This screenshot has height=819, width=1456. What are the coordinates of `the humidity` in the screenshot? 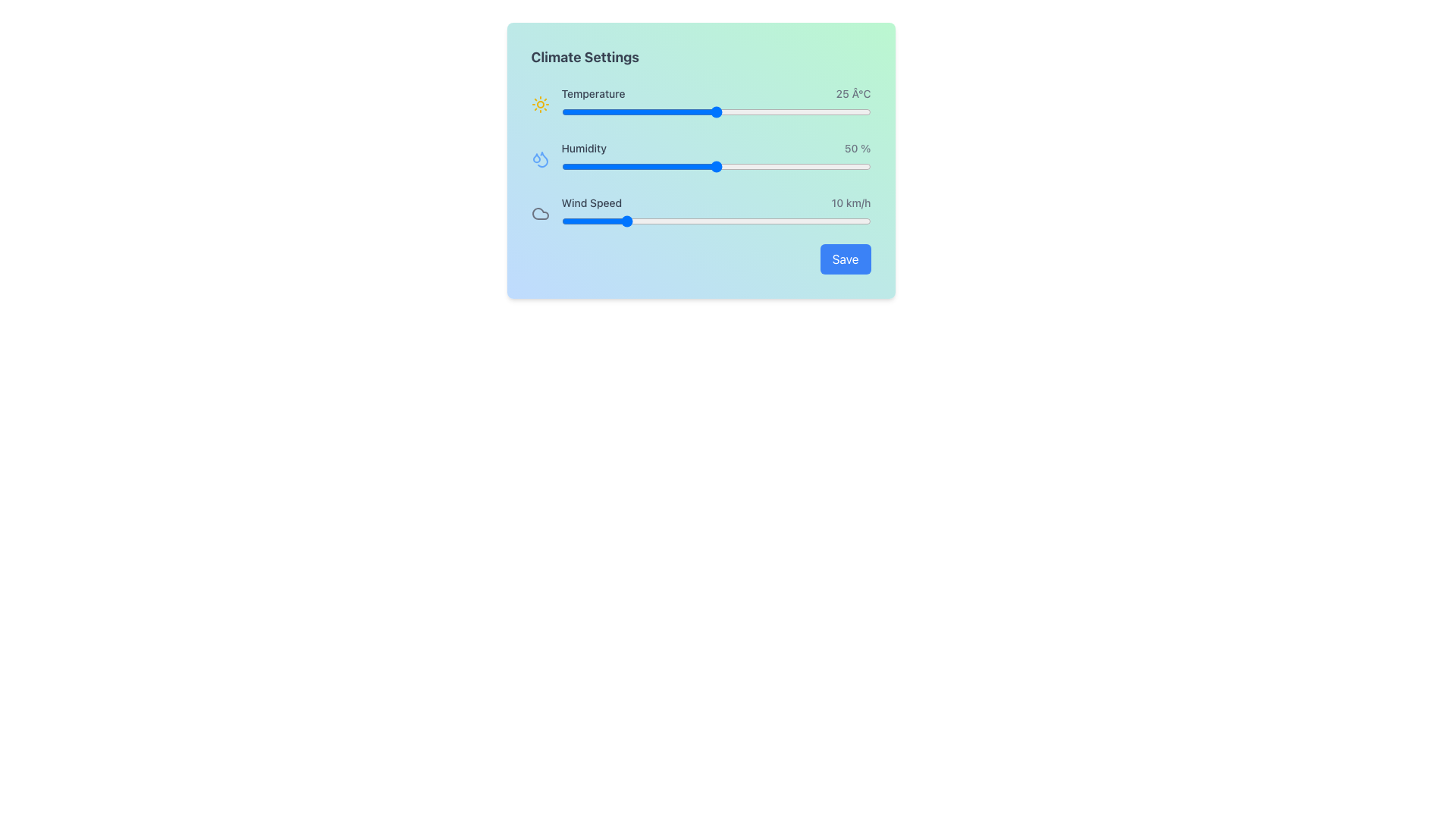 It's located at (613, 166).